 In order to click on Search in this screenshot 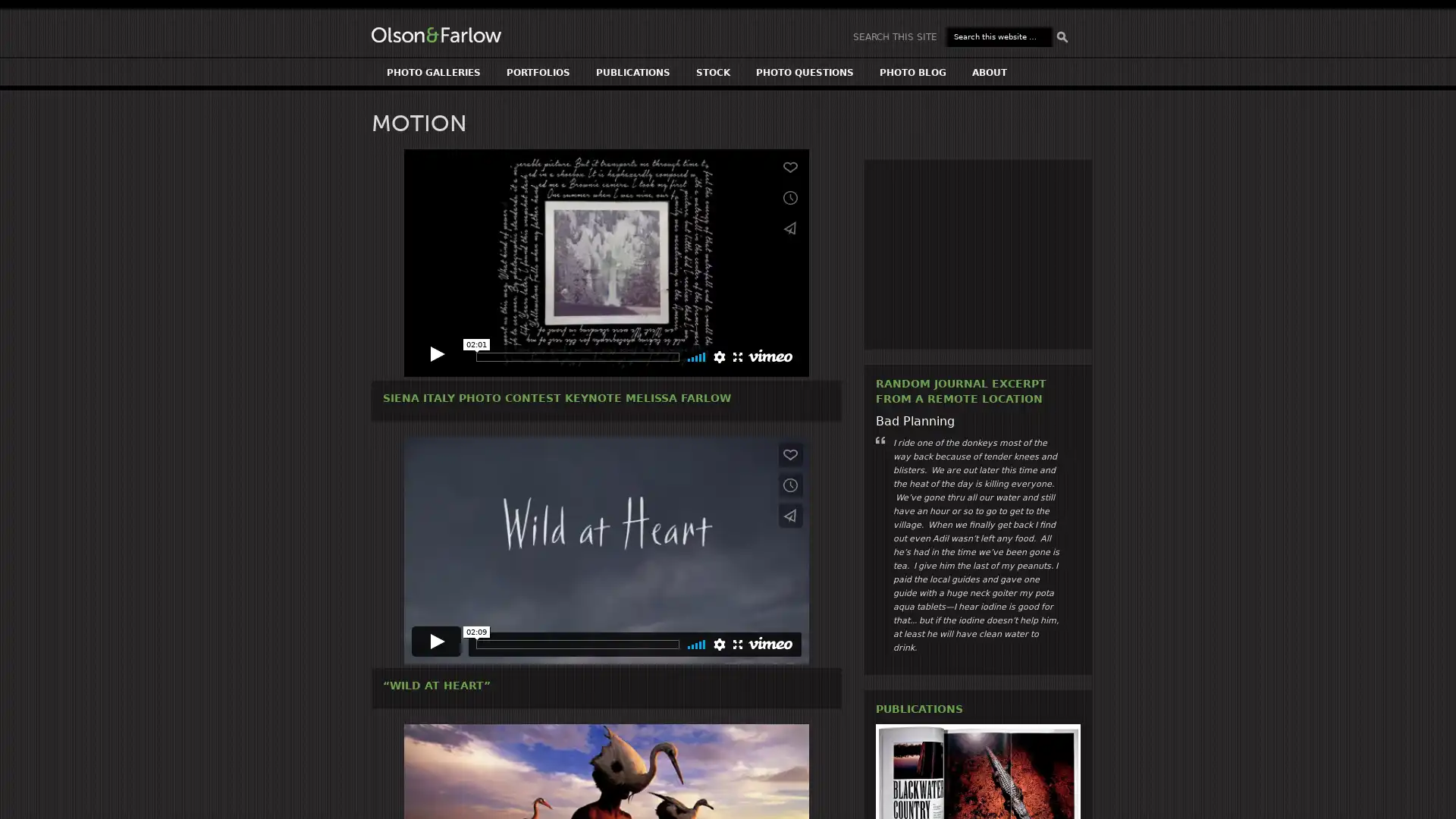, I will do `click(1062, 36)`.